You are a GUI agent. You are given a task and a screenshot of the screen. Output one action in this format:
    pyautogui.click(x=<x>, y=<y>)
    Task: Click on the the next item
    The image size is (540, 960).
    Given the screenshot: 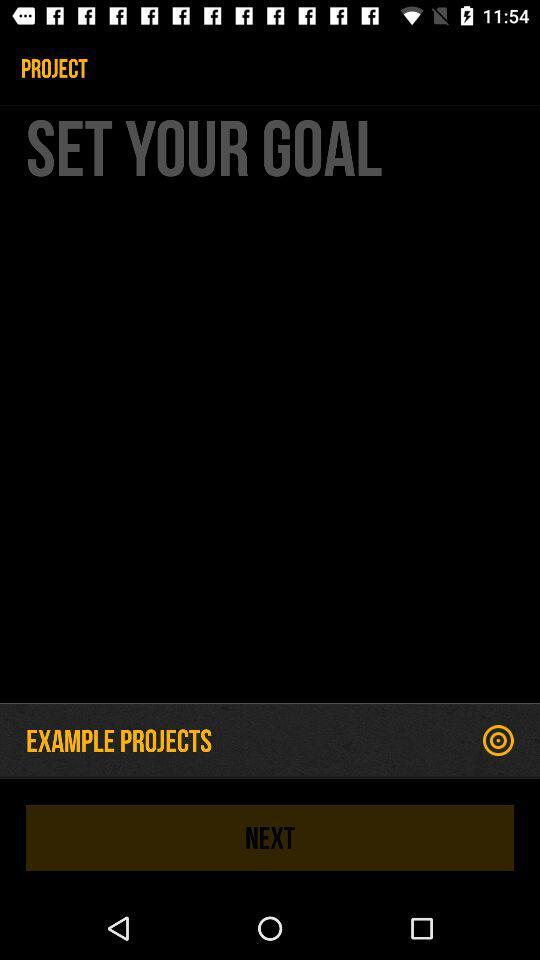 What is the action you would take?
    pyautogui.click(x=270, y=837)
    